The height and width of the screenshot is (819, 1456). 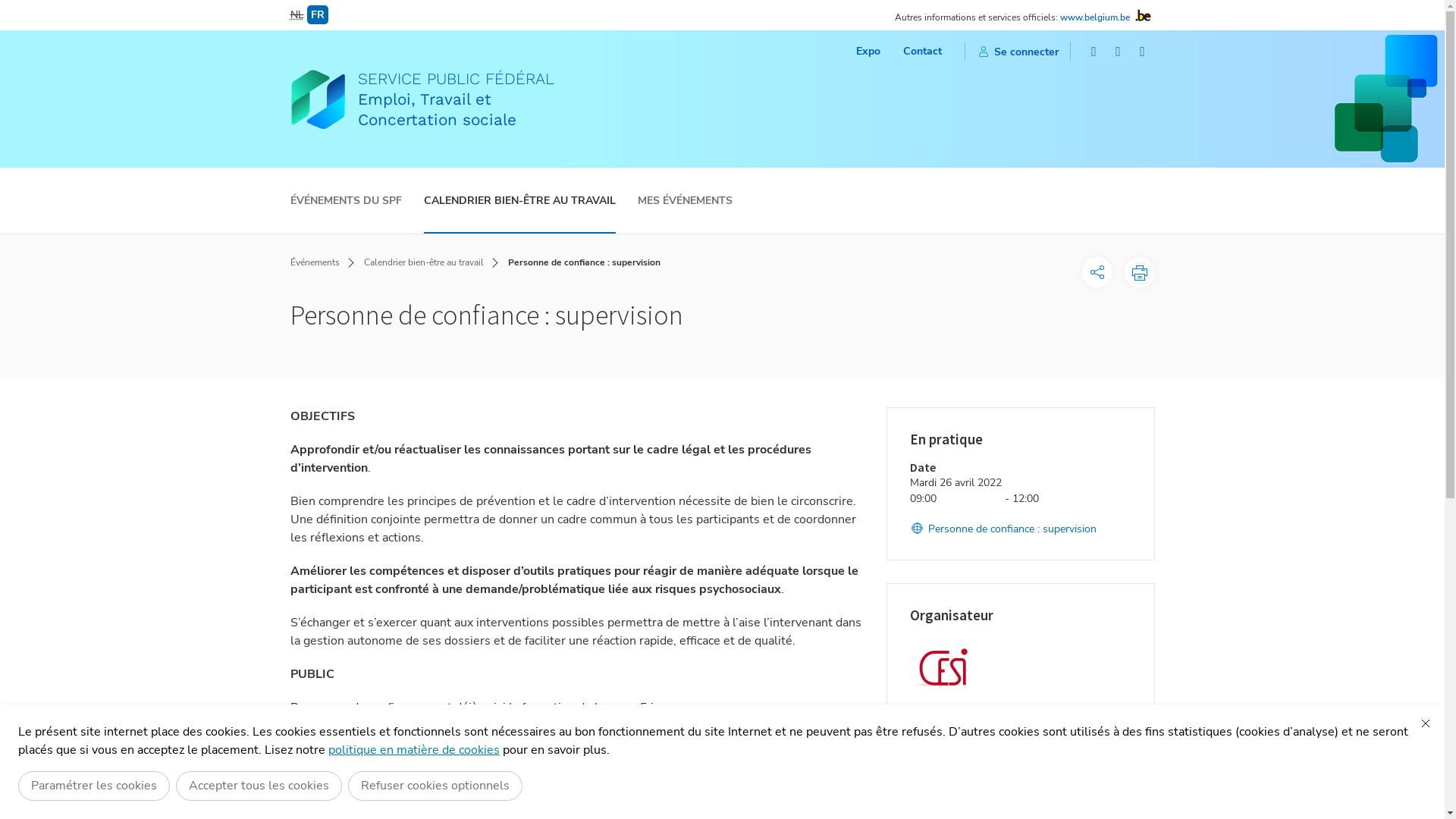 I want to click on 'Twitter', so click(x=1118, y=51).